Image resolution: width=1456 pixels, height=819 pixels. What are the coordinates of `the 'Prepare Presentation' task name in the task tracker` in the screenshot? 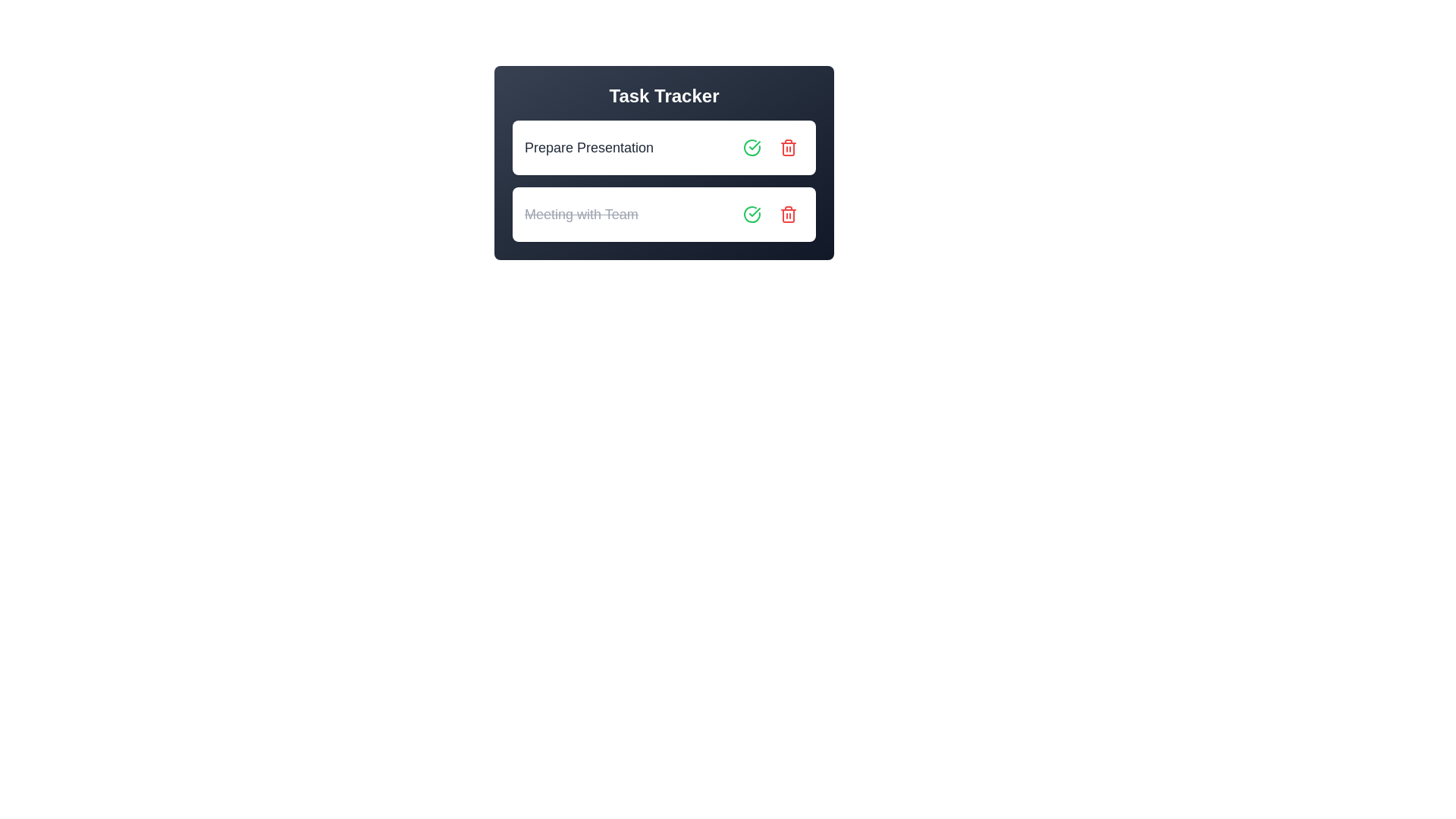 It's located at (664, 148).